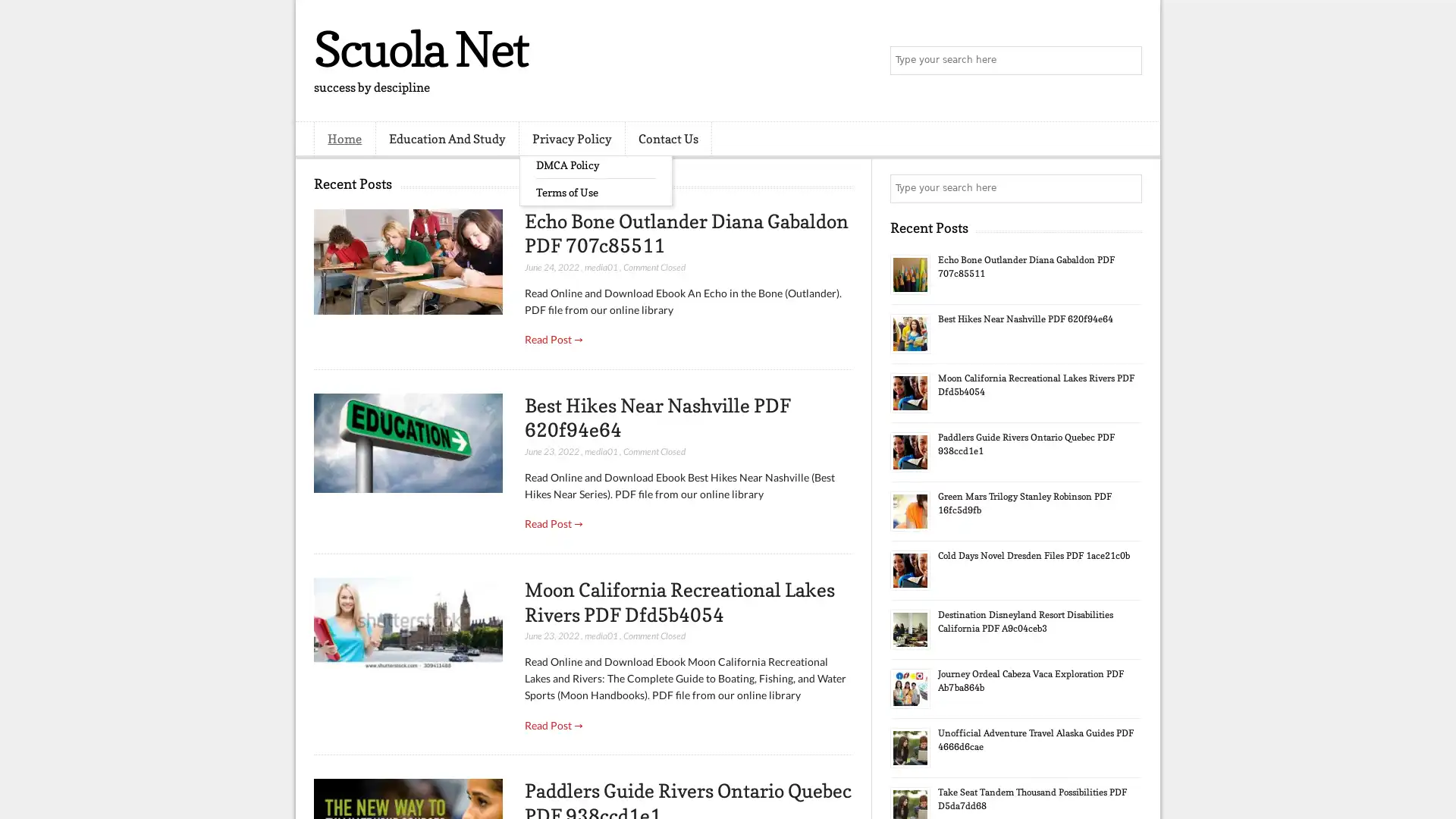  Describe the element at coordinates (1126, 61) in the screenshot. I see `Search` at that location.